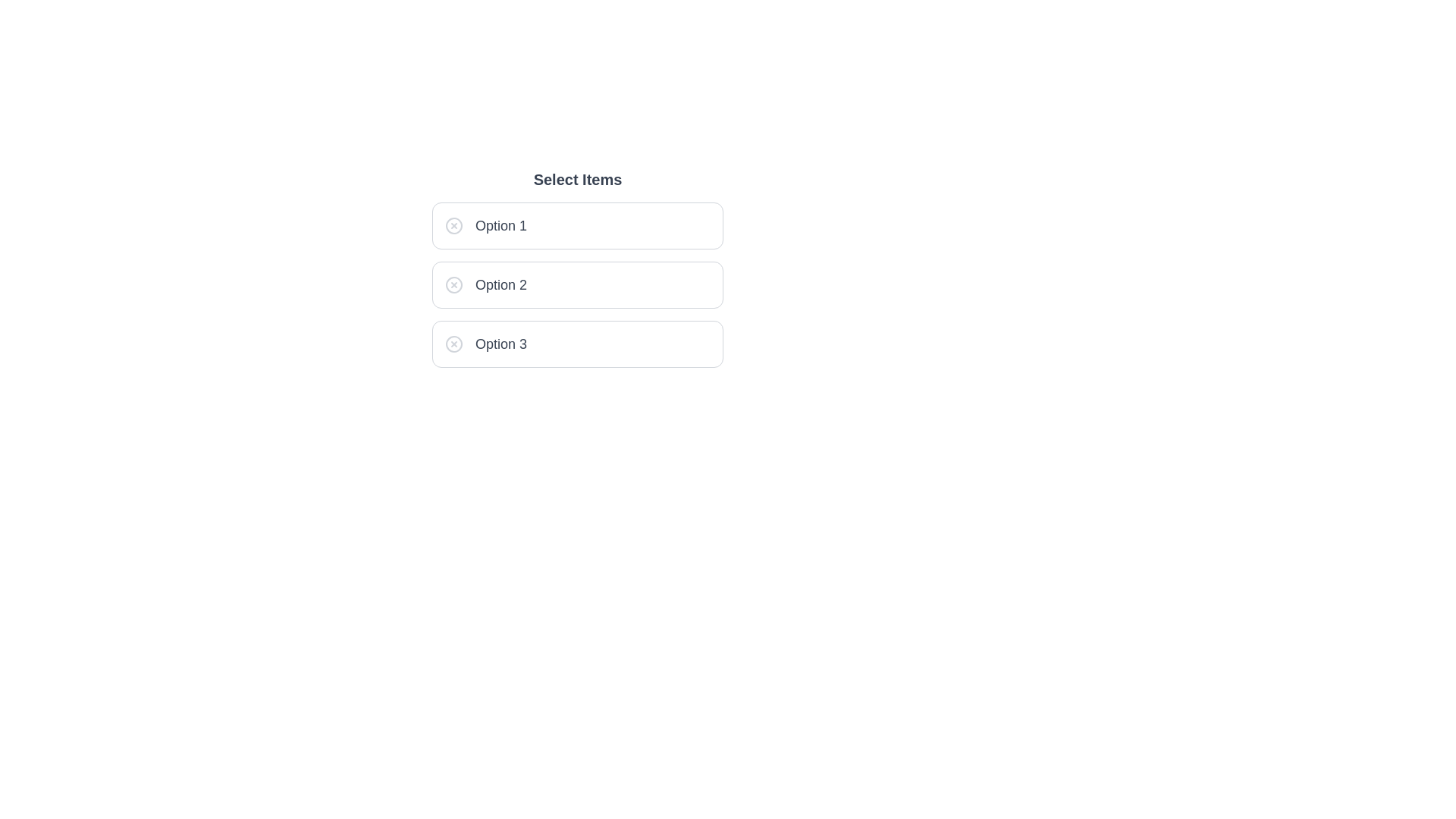 The width and height of the screenshot is (1456, 819). I want to click on the circular outline (SVG element) that is part of 'Option 1' in the vertical list, which has a radius of approximately 10 pixels and is styled with a thin stroke, so click(453, 225).